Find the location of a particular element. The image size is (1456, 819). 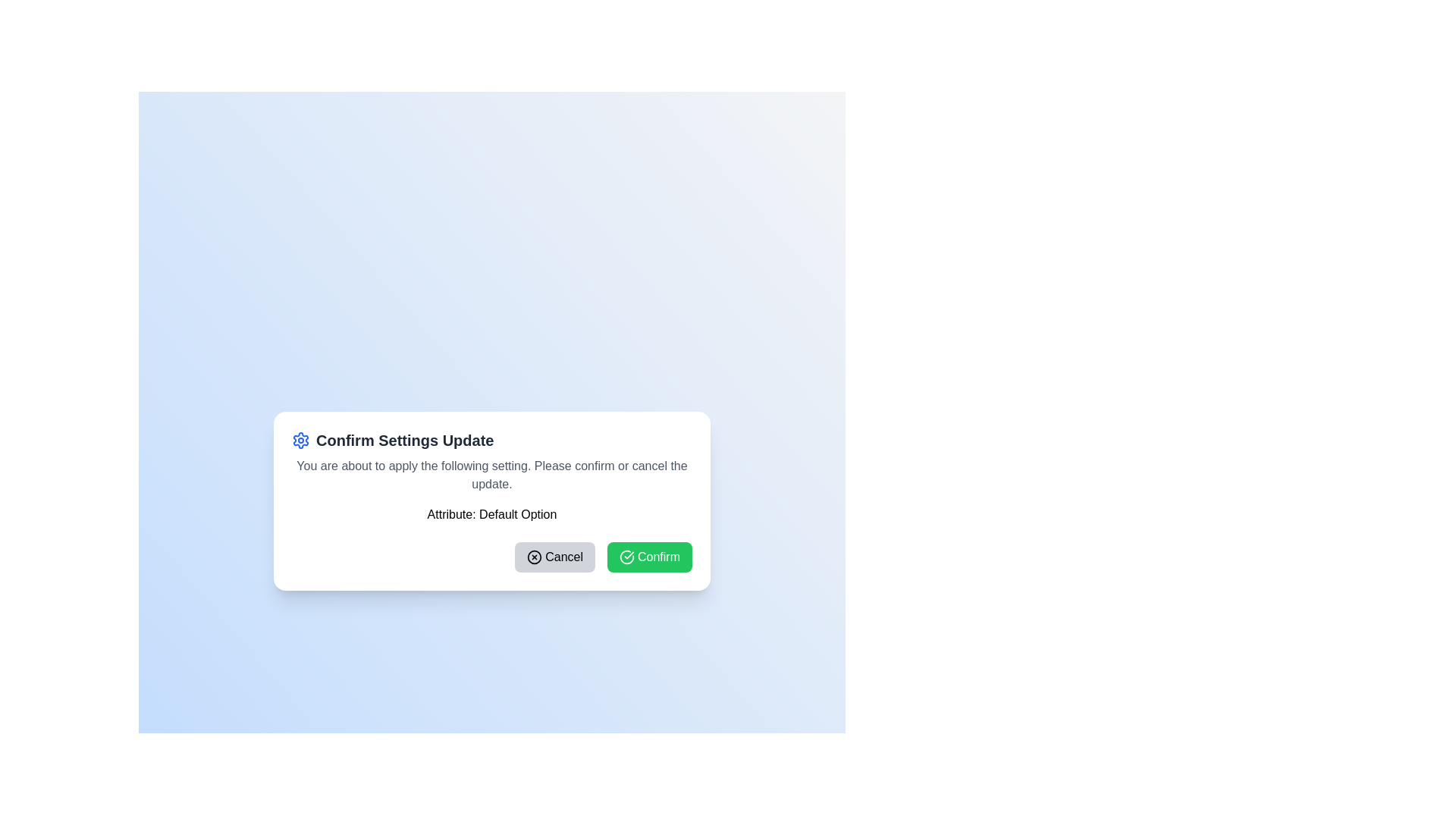

the decorative Icon that indicates settings or configuration options, located at the far left of the text 'Confirm Settings Update' in the modal view is located at coordinates (301, 441).